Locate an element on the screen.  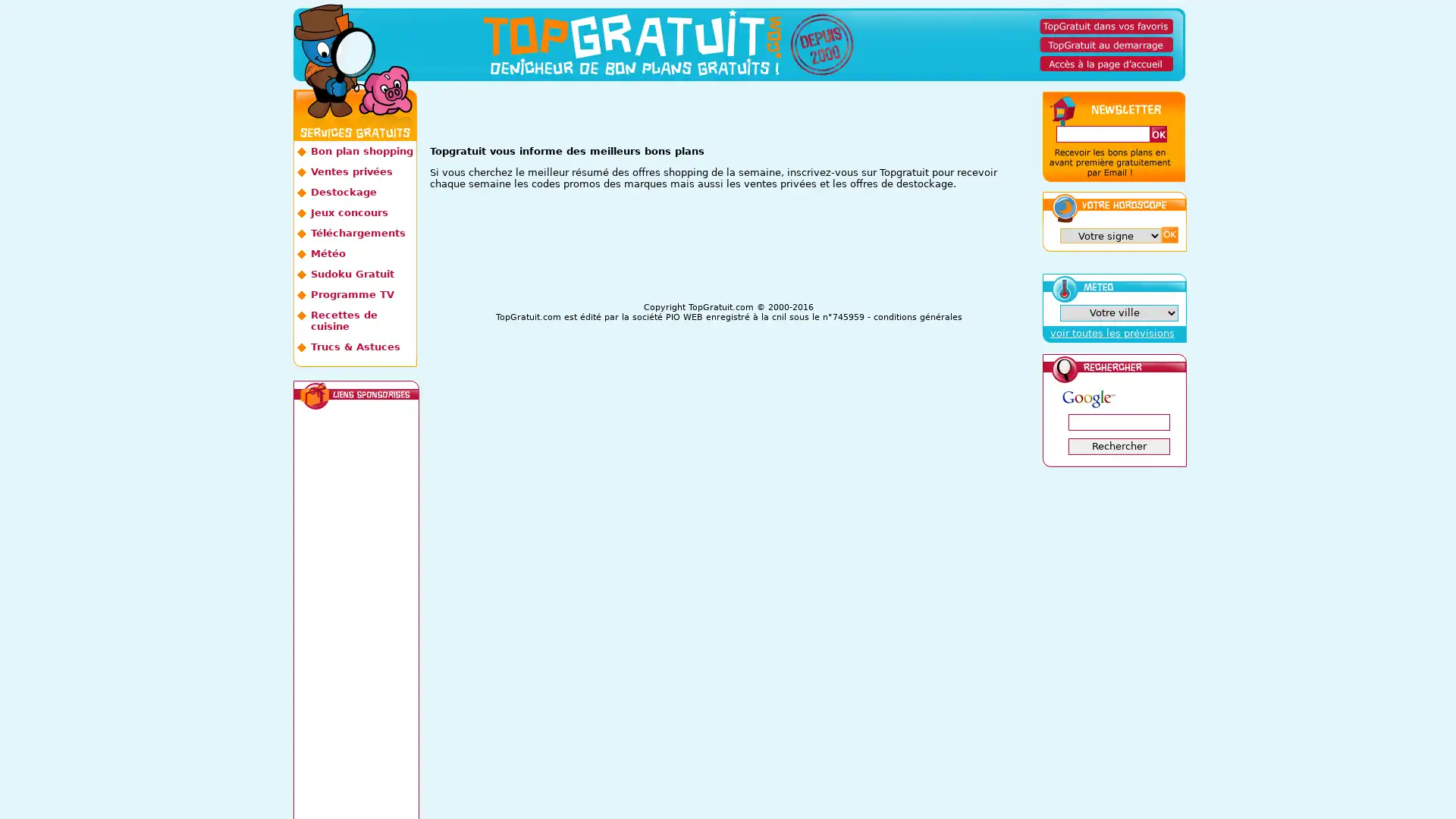
Submit is located at coordinates (1168, 234).